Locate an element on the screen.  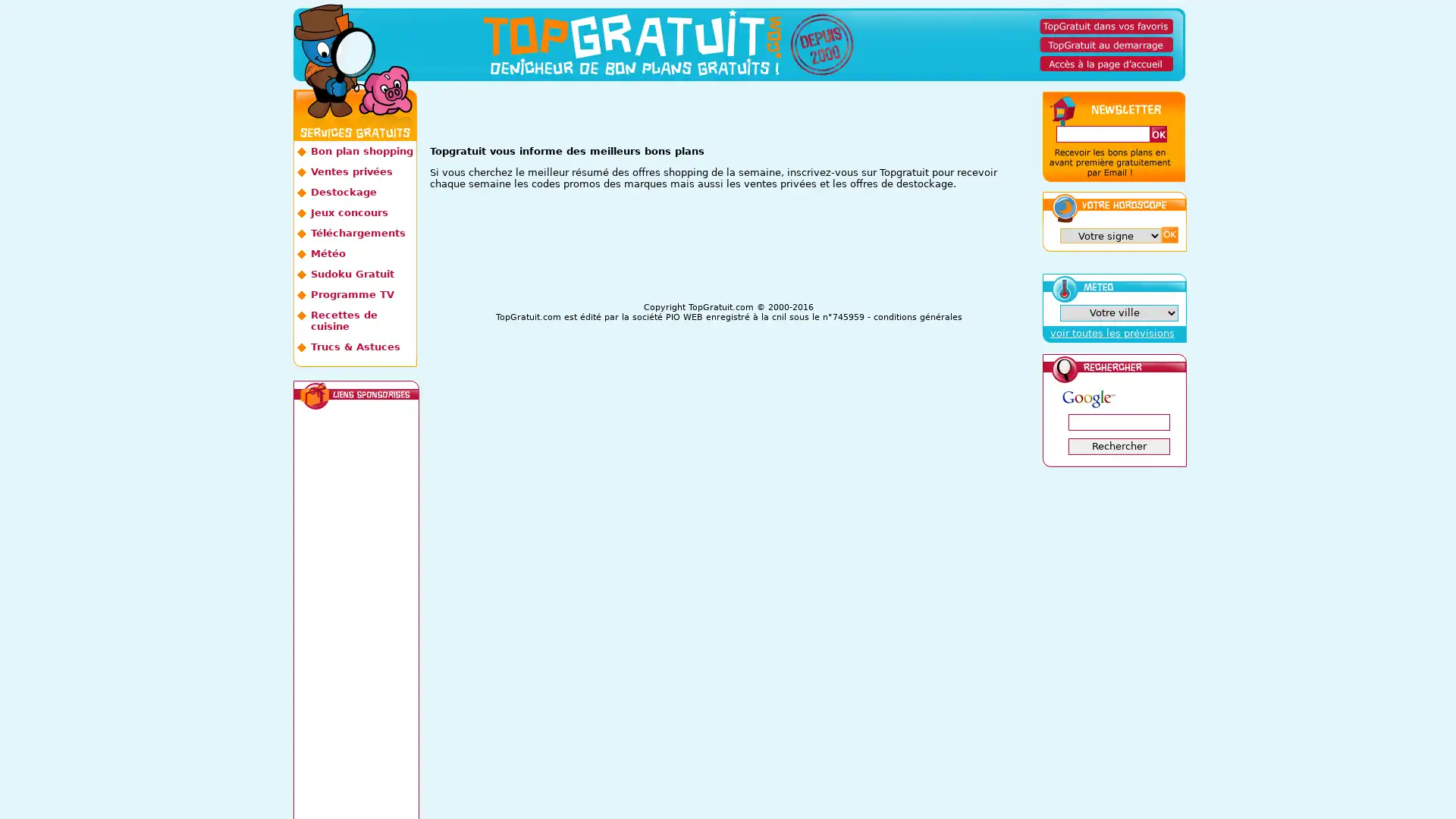
Submit is located at coordinates (1168, 234).